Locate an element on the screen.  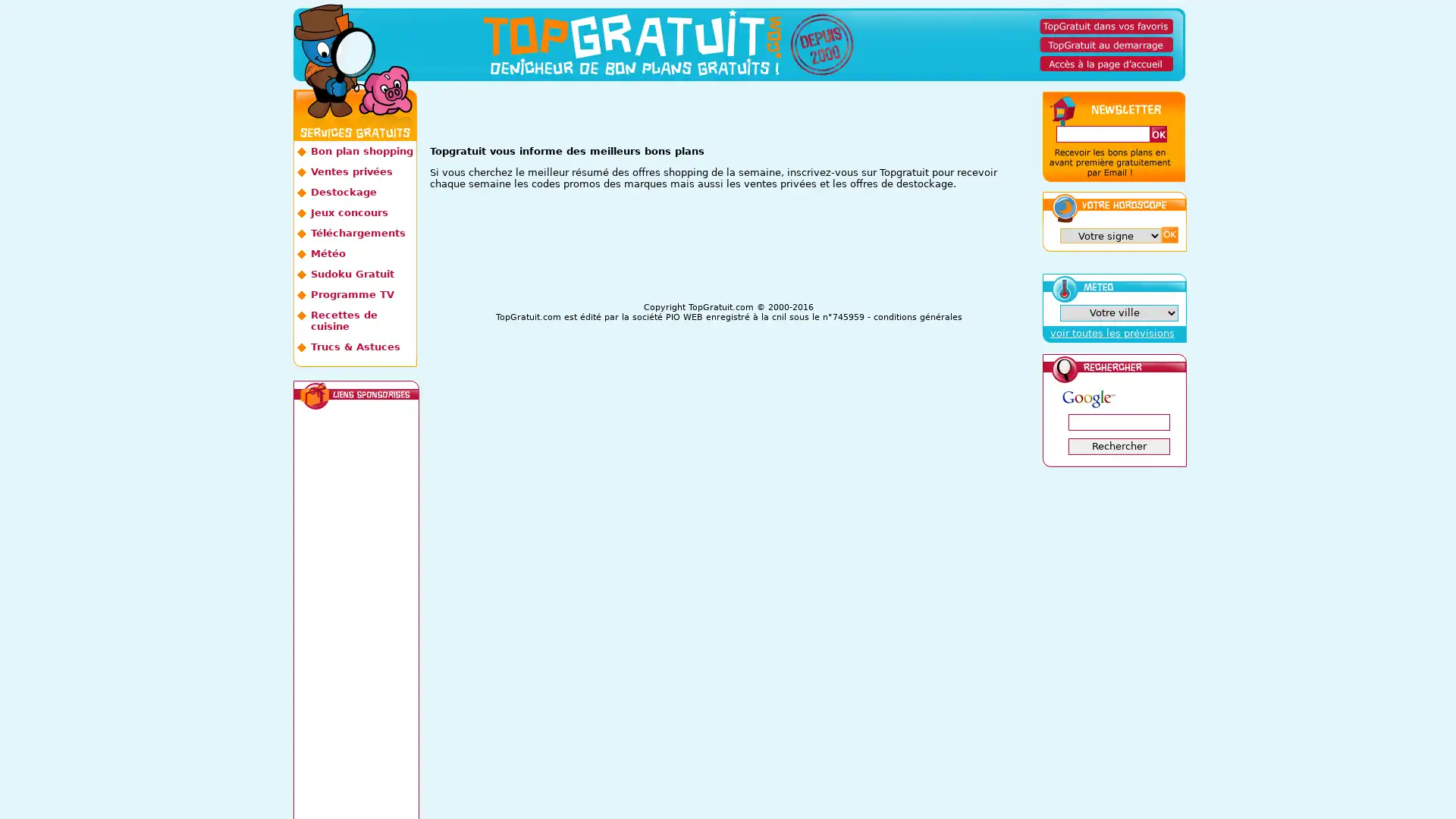
Submit is located at coordinates (1168, 234).